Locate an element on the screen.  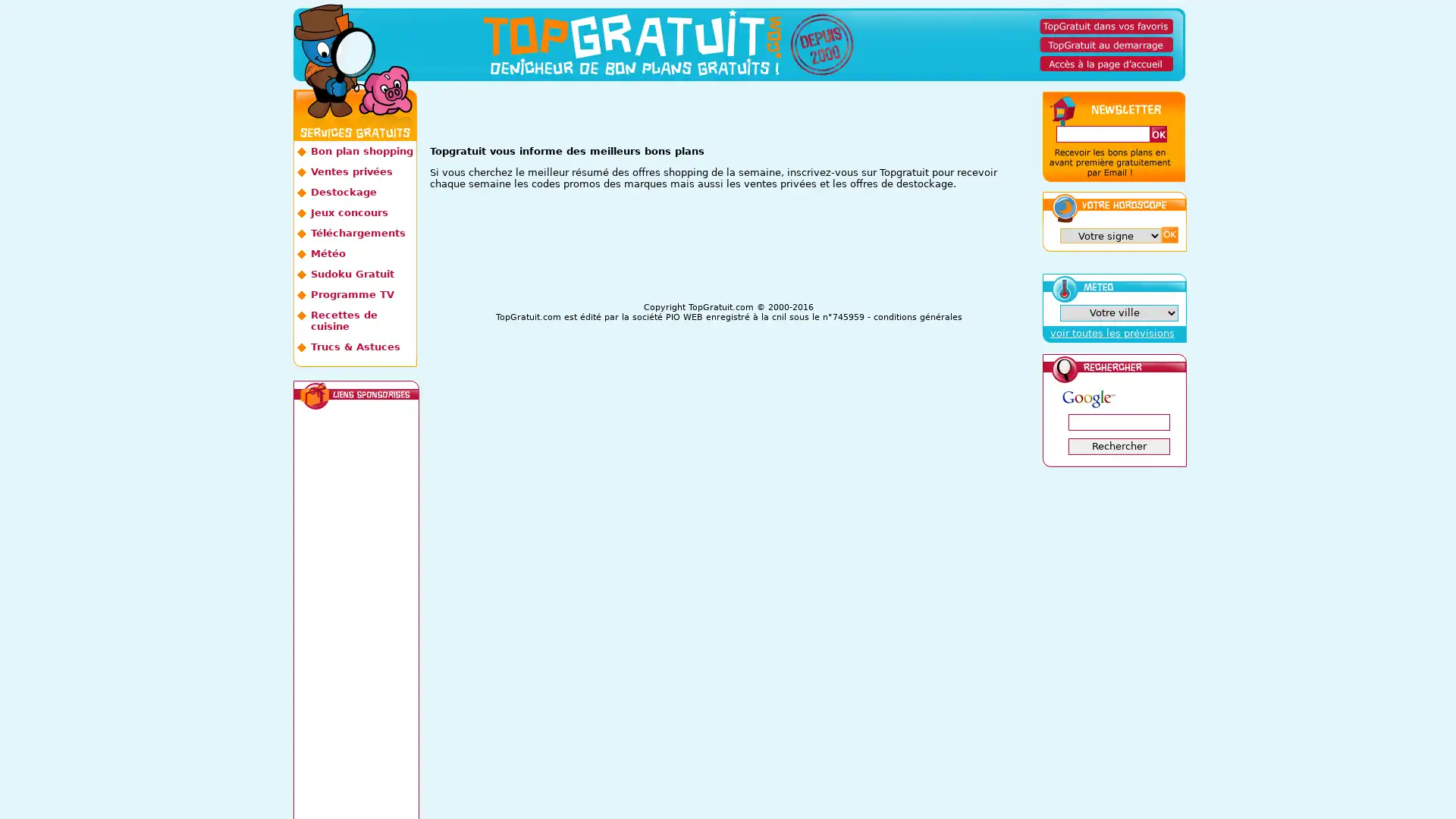
Submit is located at coordinates (1168, 234).